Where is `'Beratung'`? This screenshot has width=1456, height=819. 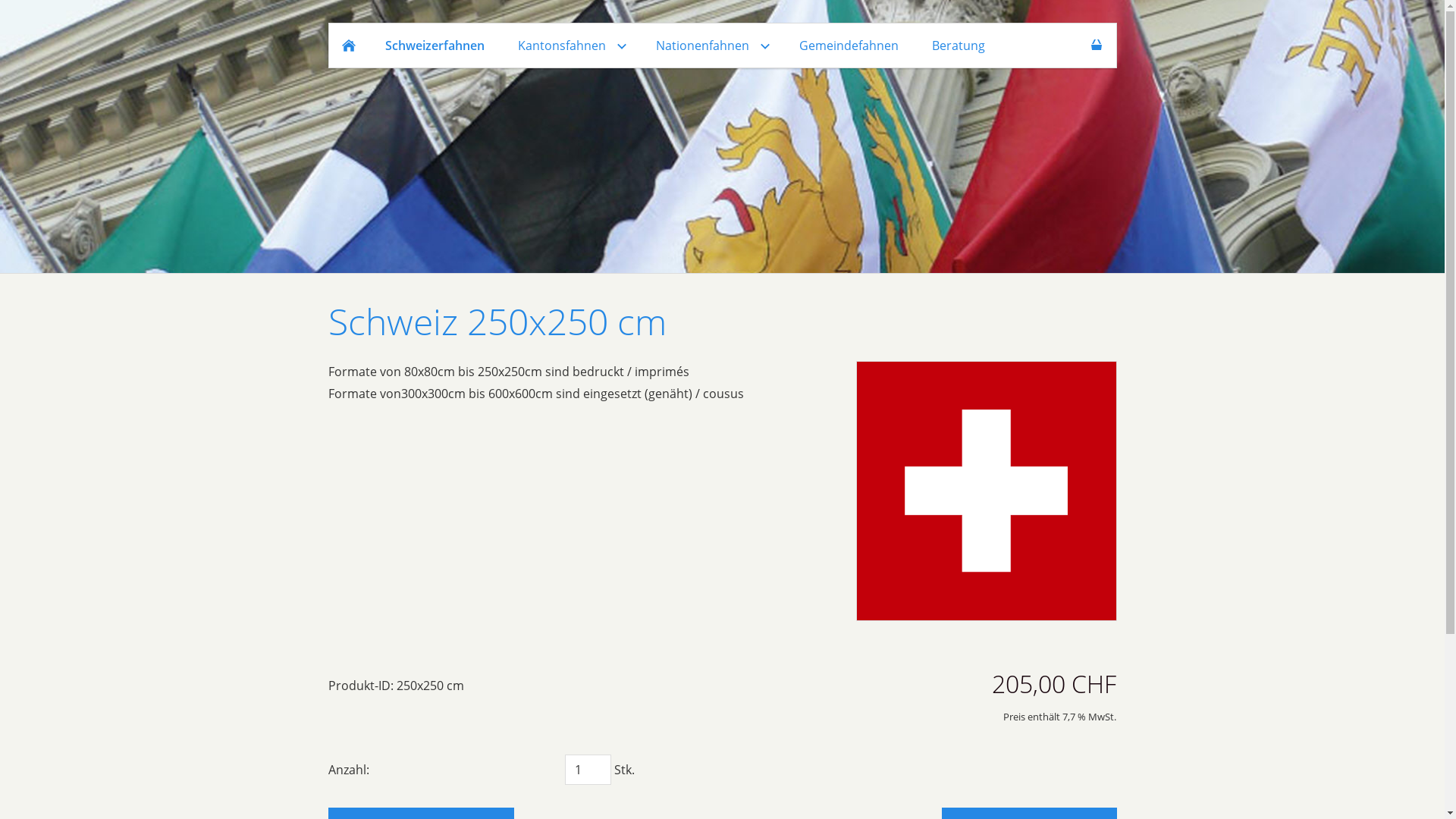
'Beratung' is located at coordinates (956, 45).